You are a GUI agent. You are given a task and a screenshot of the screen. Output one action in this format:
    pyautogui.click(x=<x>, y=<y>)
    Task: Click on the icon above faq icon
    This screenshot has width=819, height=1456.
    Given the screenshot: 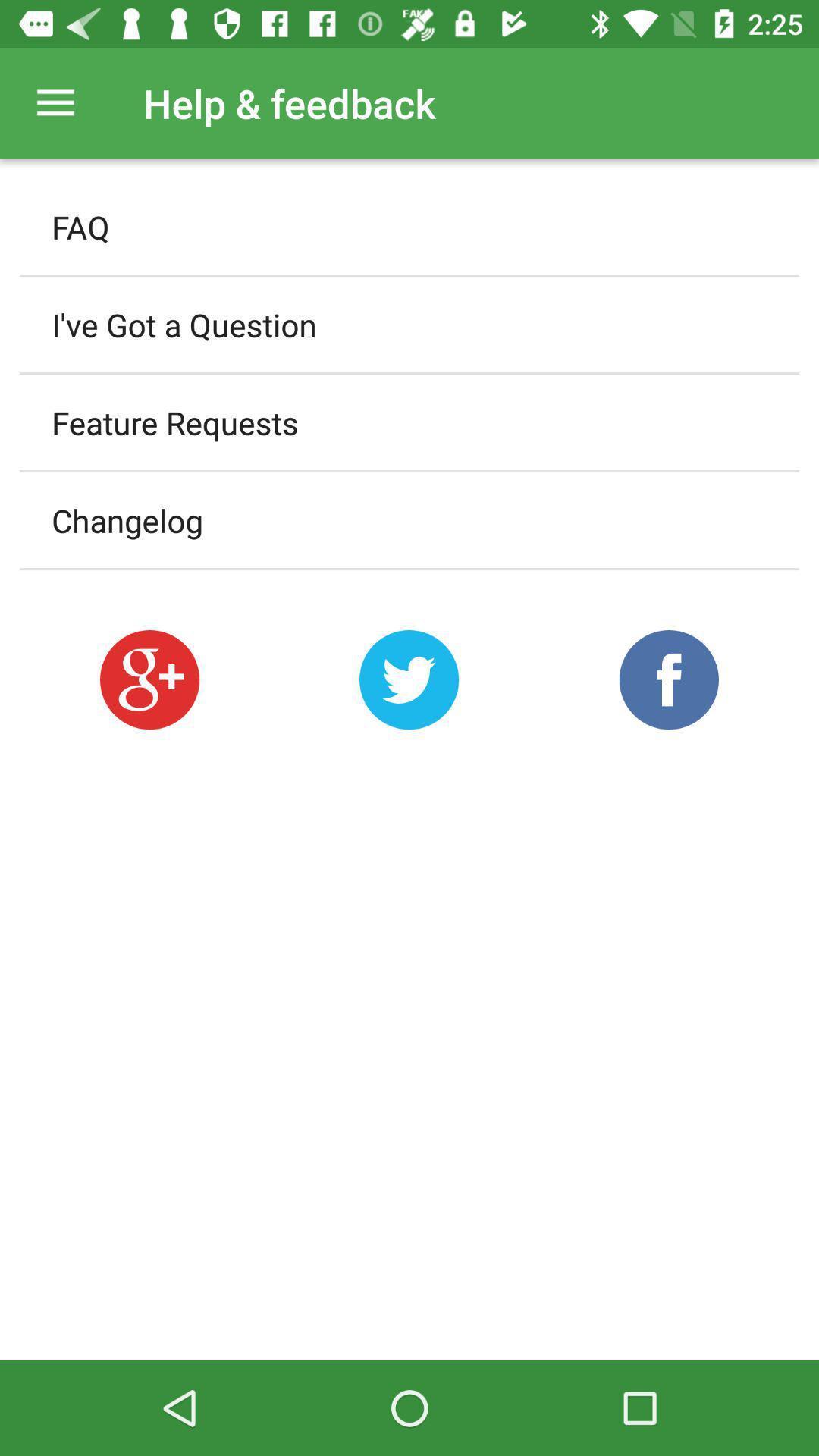 What is the action you would take?
    pyautogui.click(x=55, y=102)
    